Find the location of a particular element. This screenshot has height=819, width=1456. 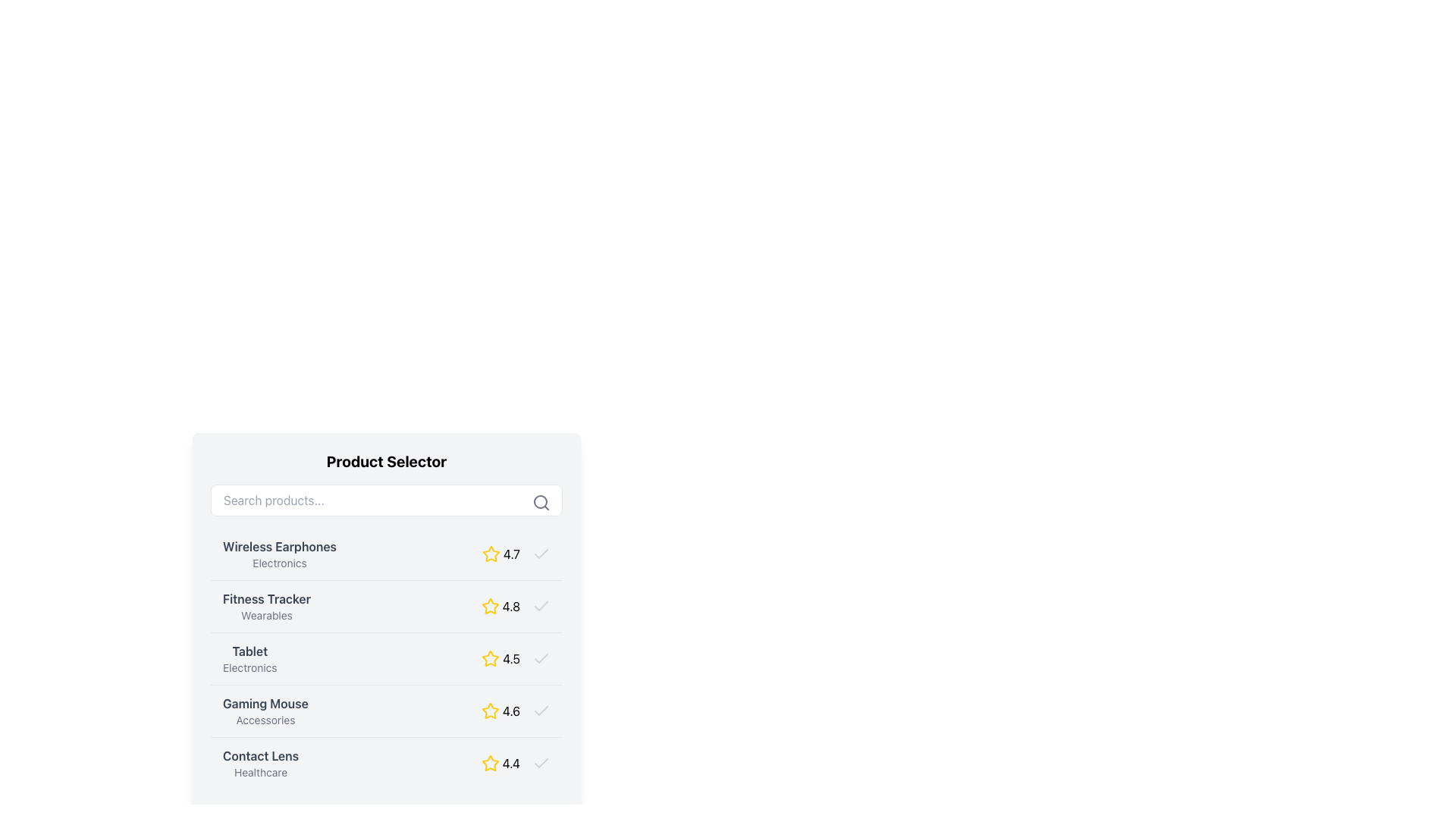

the text displaying the rating value '4.6' located to the right of the yellow star icon in the 'Gaming Mouse' list for copying is located at coordinates (511, 711).